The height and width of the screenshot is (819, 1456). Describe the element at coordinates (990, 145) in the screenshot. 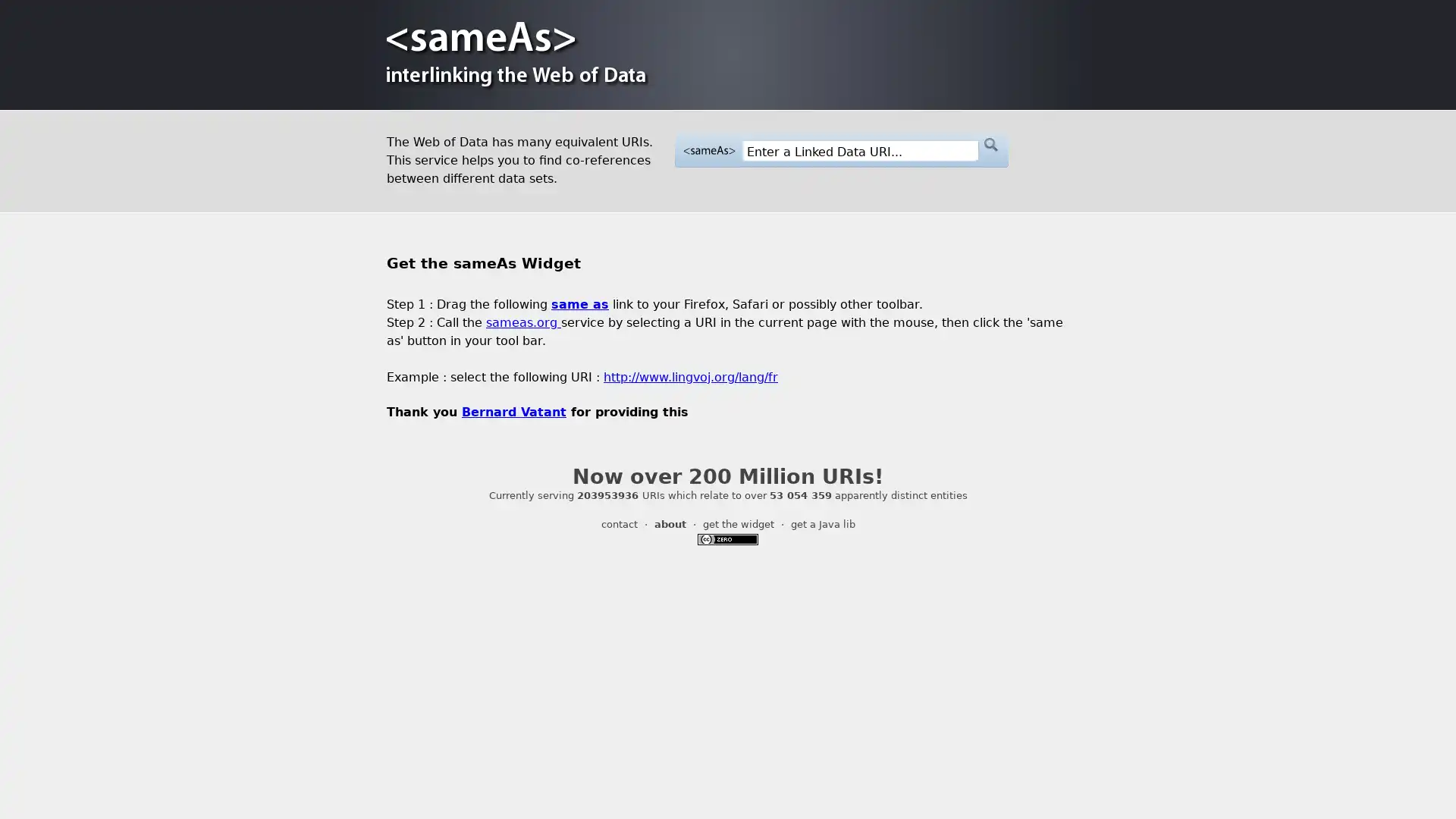

I see `Submit` at that location.